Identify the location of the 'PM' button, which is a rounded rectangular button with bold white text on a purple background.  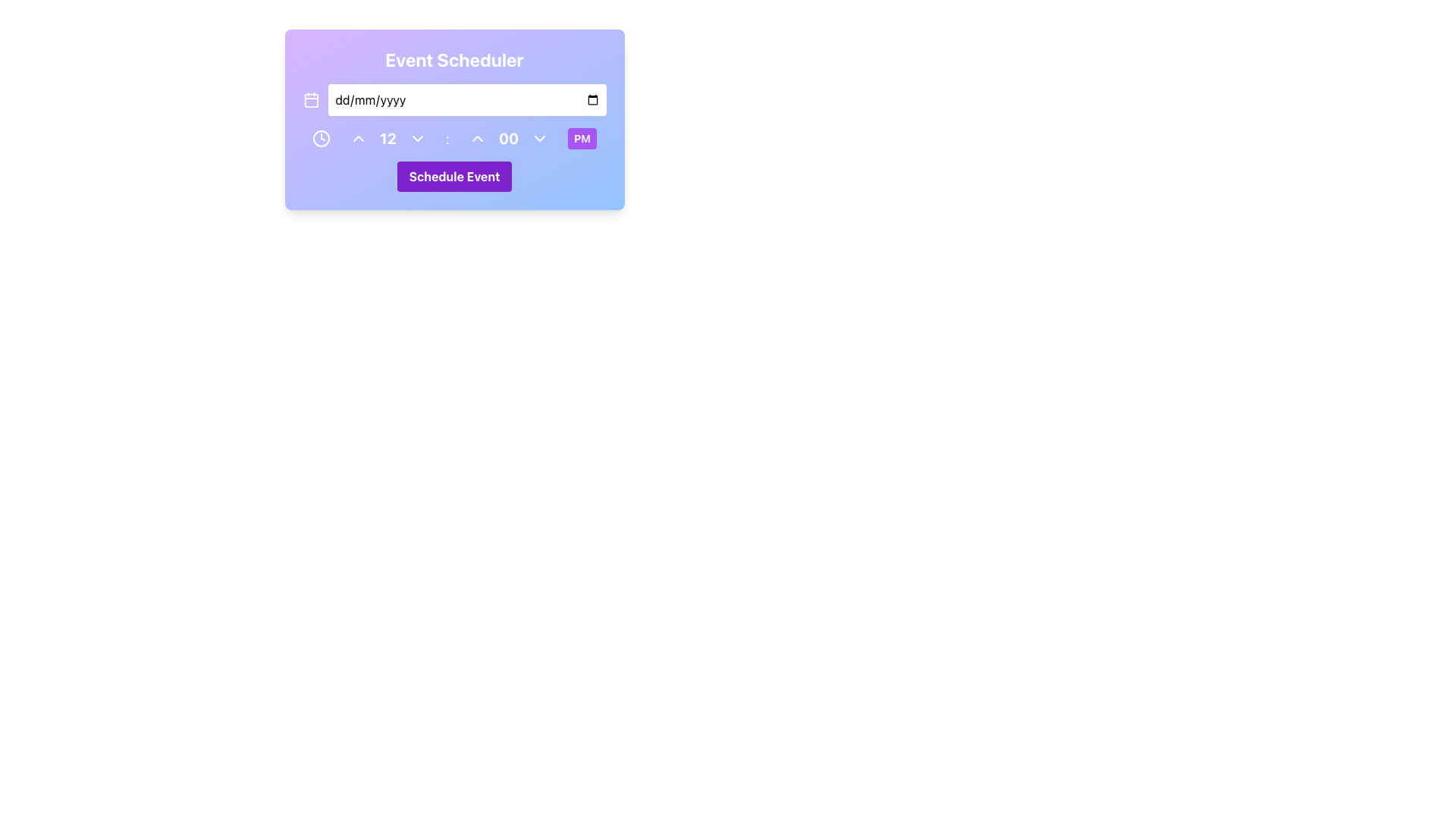
(582, 138).